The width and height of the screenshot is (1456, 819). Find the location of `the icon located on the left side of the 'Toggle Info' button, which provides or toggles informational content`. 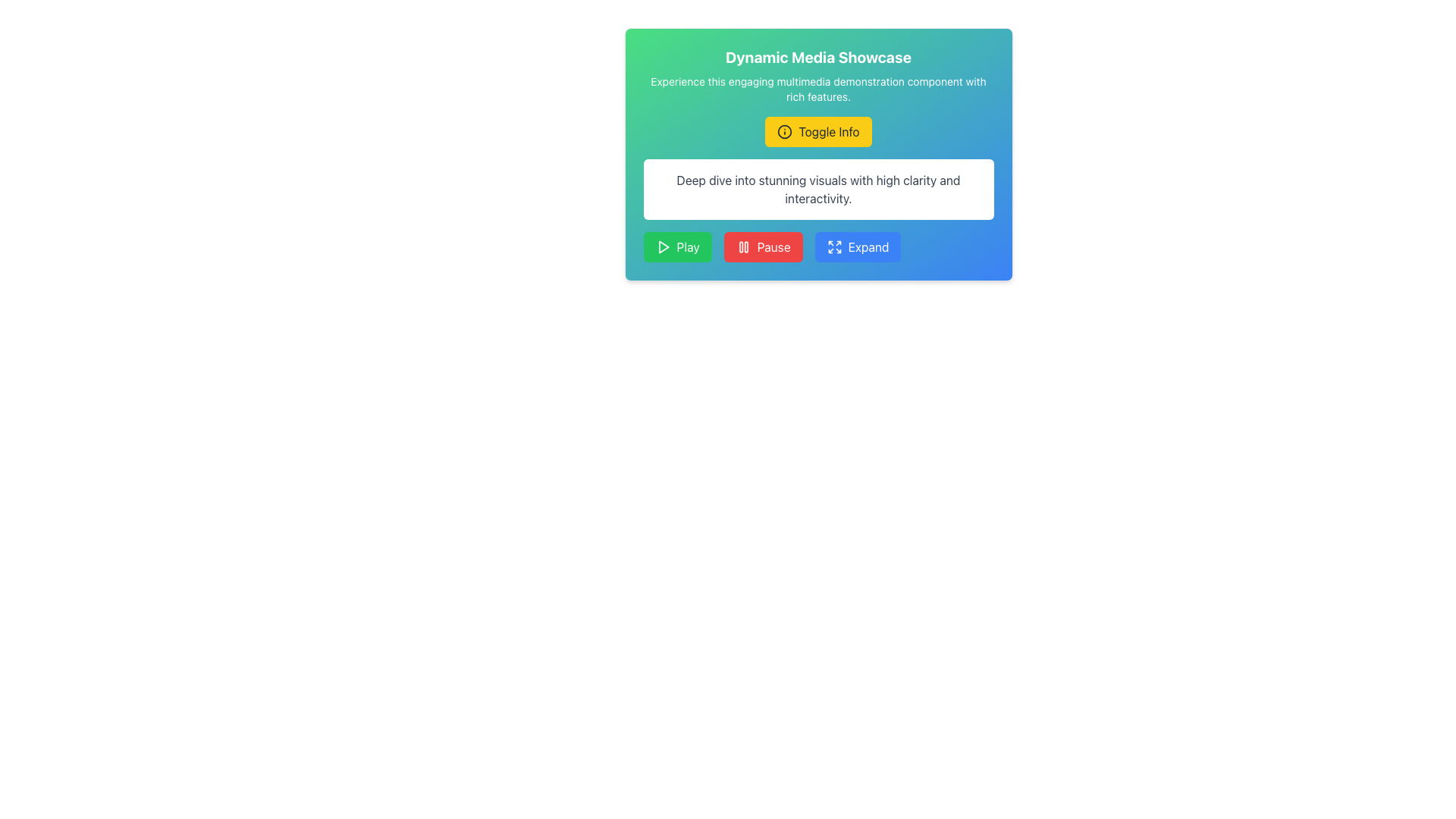

the icon located on the left side of the 'Toggle Info' button, which provides or toggles informational content is located at coordinates (785, 130).